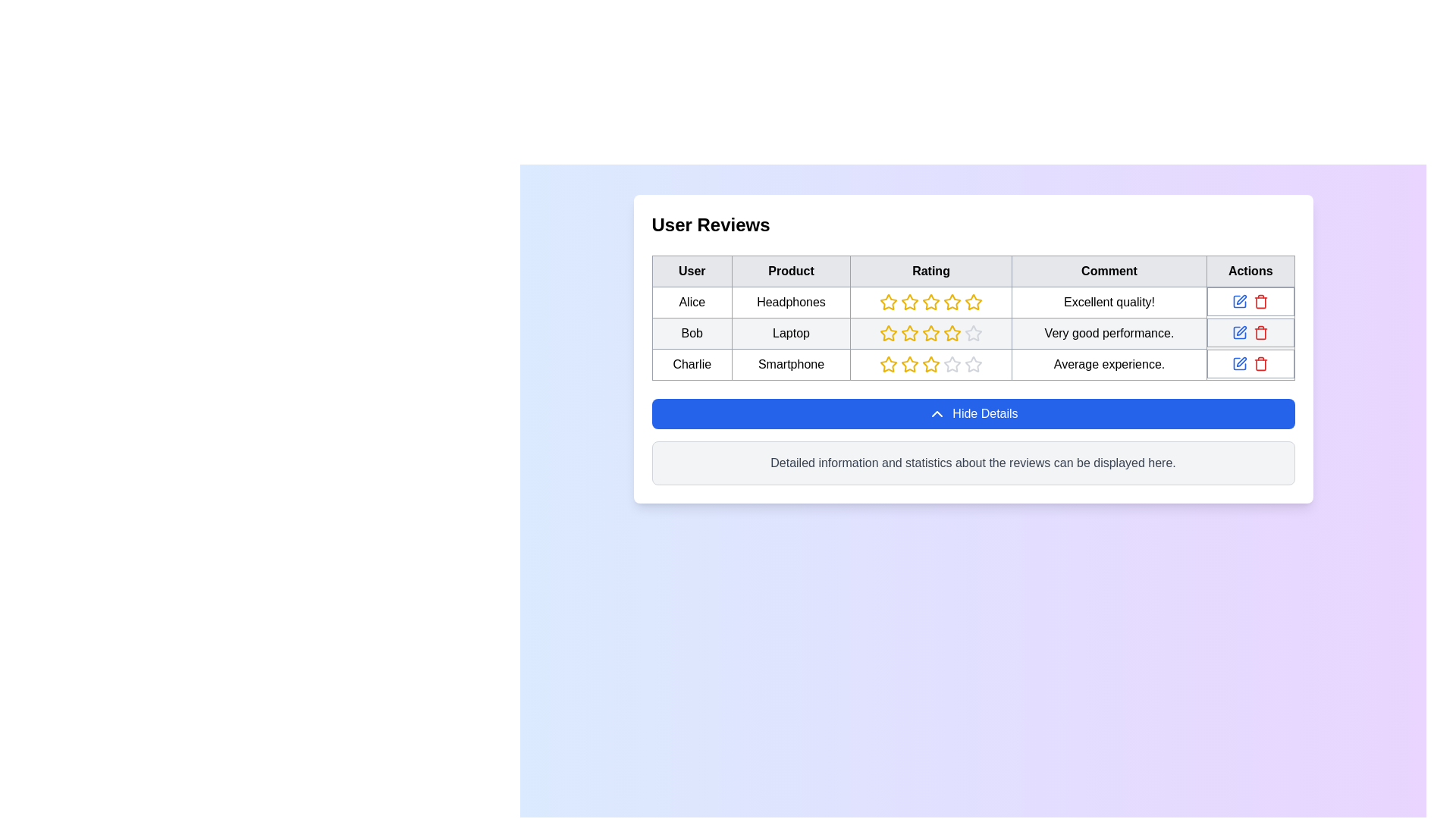 The image size is (1456, 819). What do you see at coordinates (973, 332) in the screenshot?
I see `comment in the second row of the 'User Reviews' table, which contains the user's name 'Bob', product 'Laptop', rating of four yellow stars and one gray star, and the comment 'Very good performance.'` at bounding box center [973, 332].